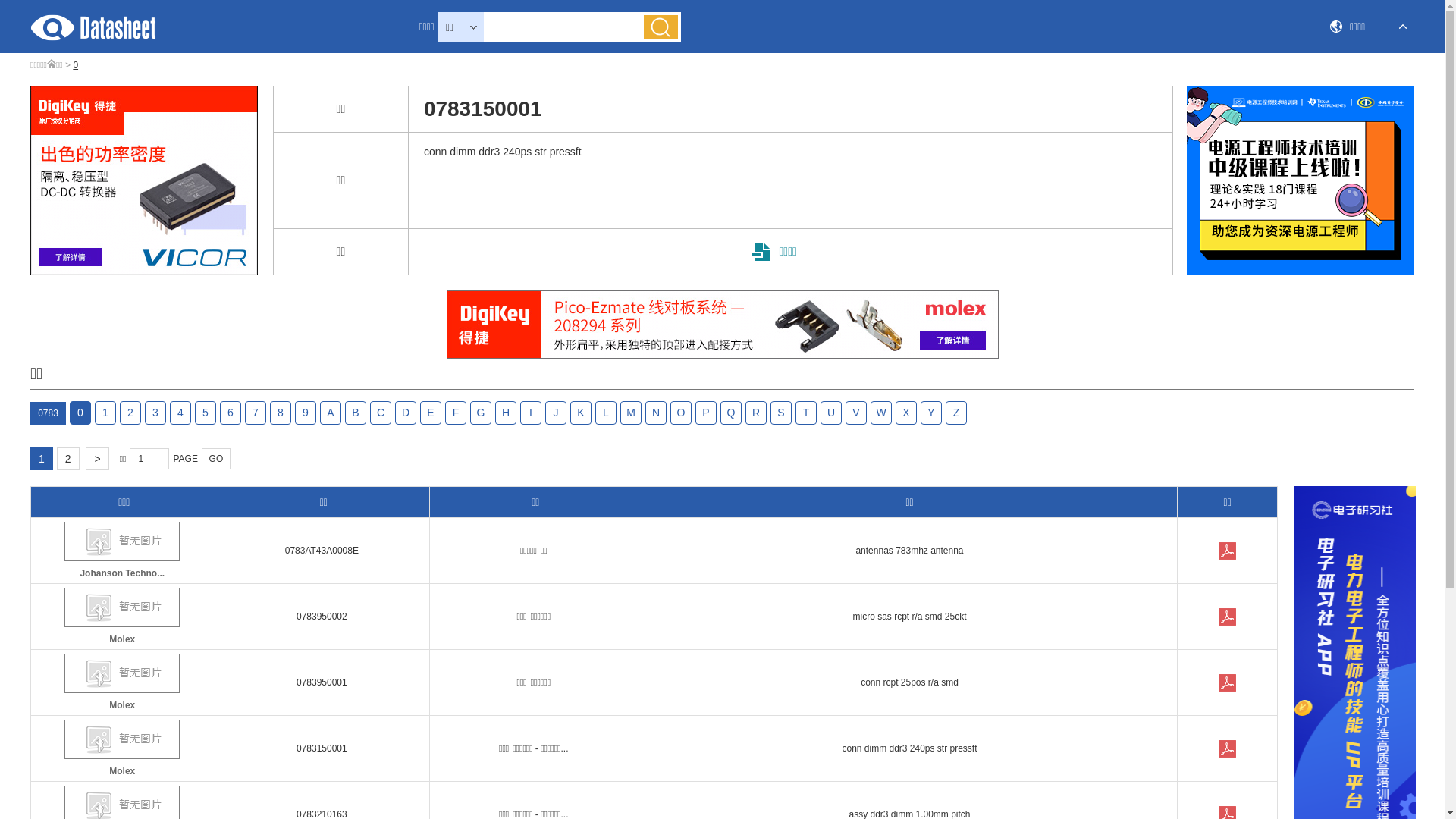  What do you see at coordinates (645, 413) in the screenshot?
I see `'N'` at bounding box center [645, 413].